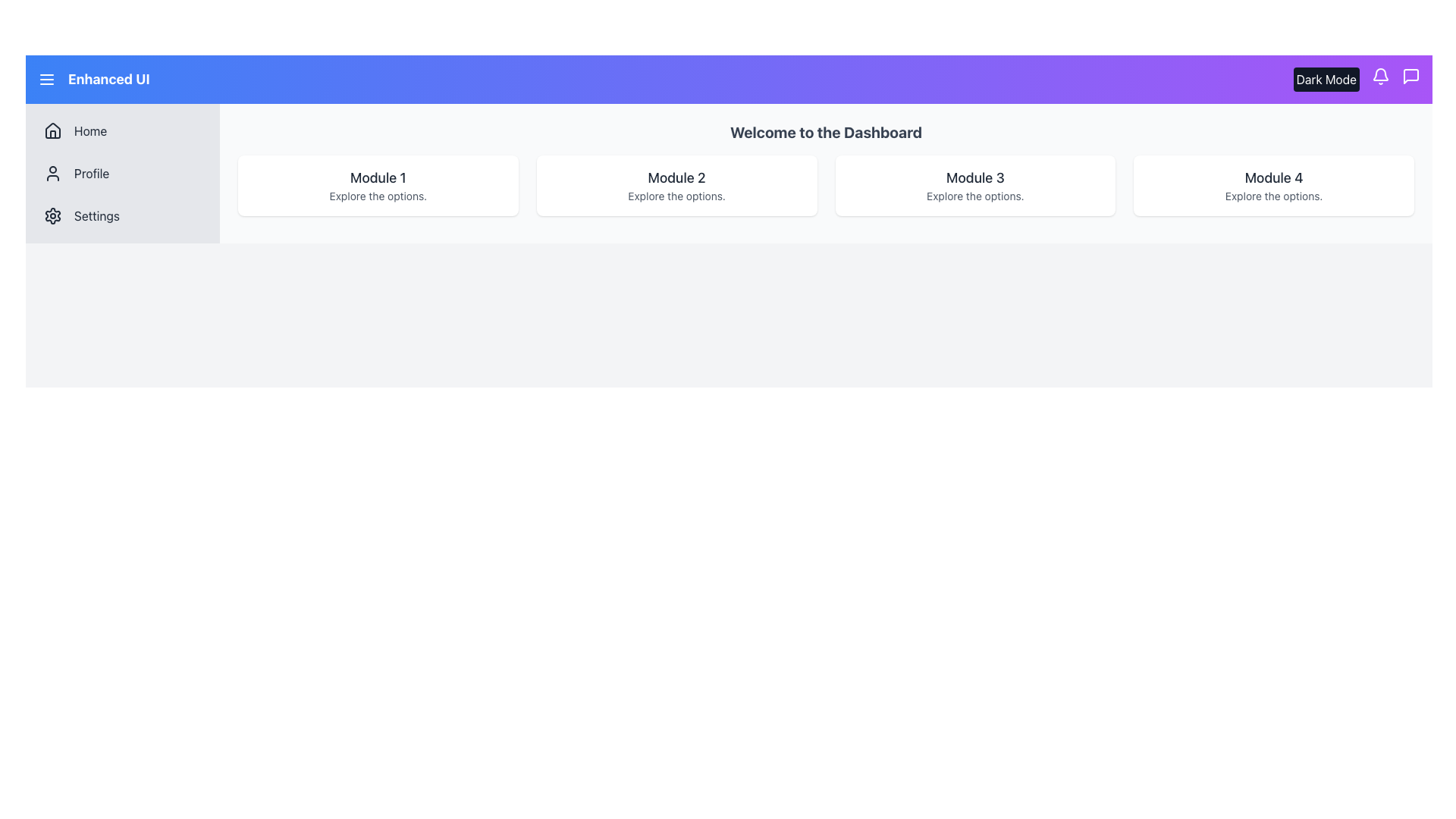 This screenshot has height=819, width=1456. Describe the element at coordinates (53, 216) in the screenshot. I see `the gear-shaped icon that symbolizes settings, located to the left of the 'Settings' label in the vertical navigation menu` at that location.